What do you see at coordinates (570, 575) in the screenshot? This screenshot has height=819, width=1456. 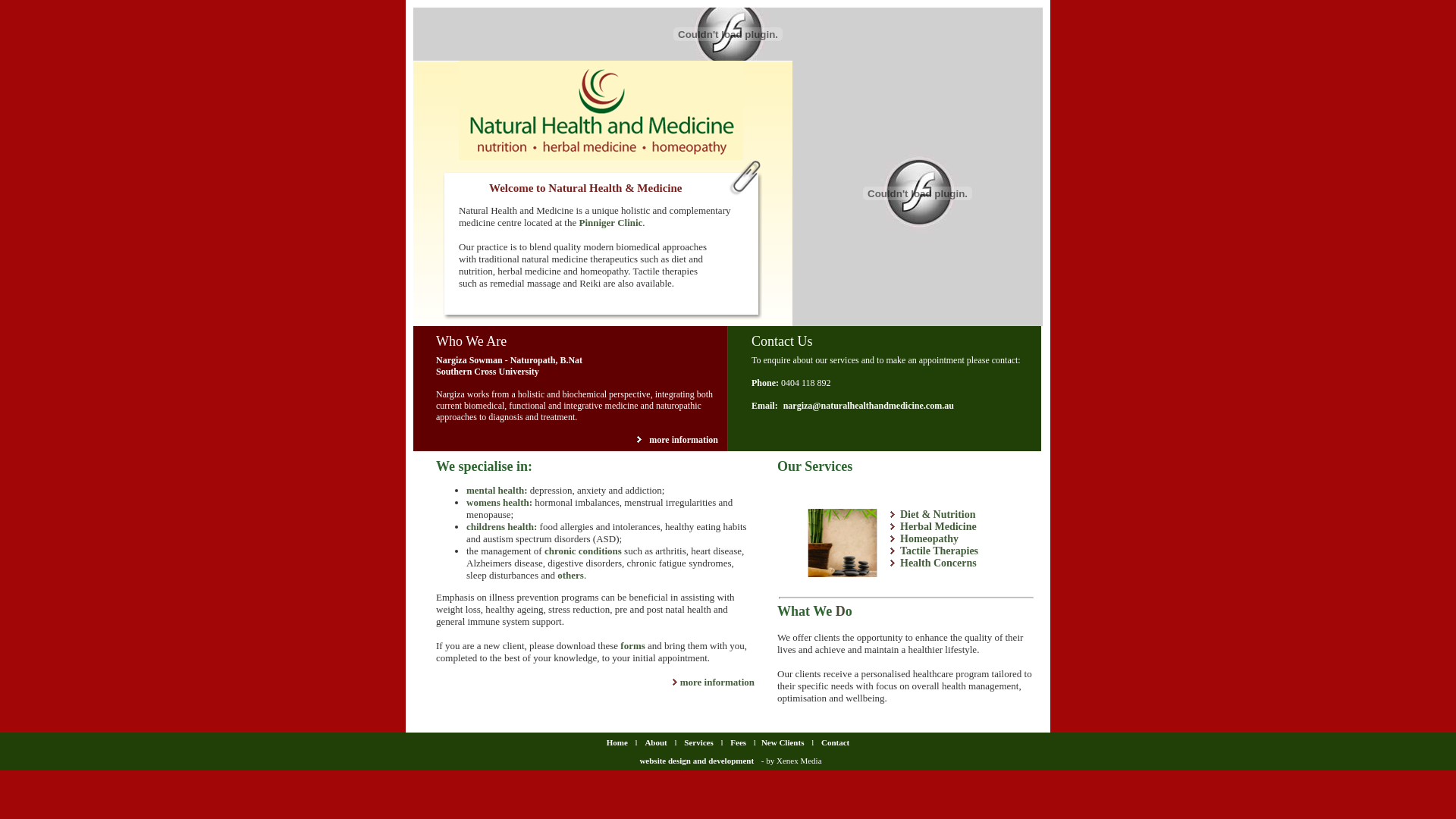 I see `'others'` at bounding box center [570, 575].